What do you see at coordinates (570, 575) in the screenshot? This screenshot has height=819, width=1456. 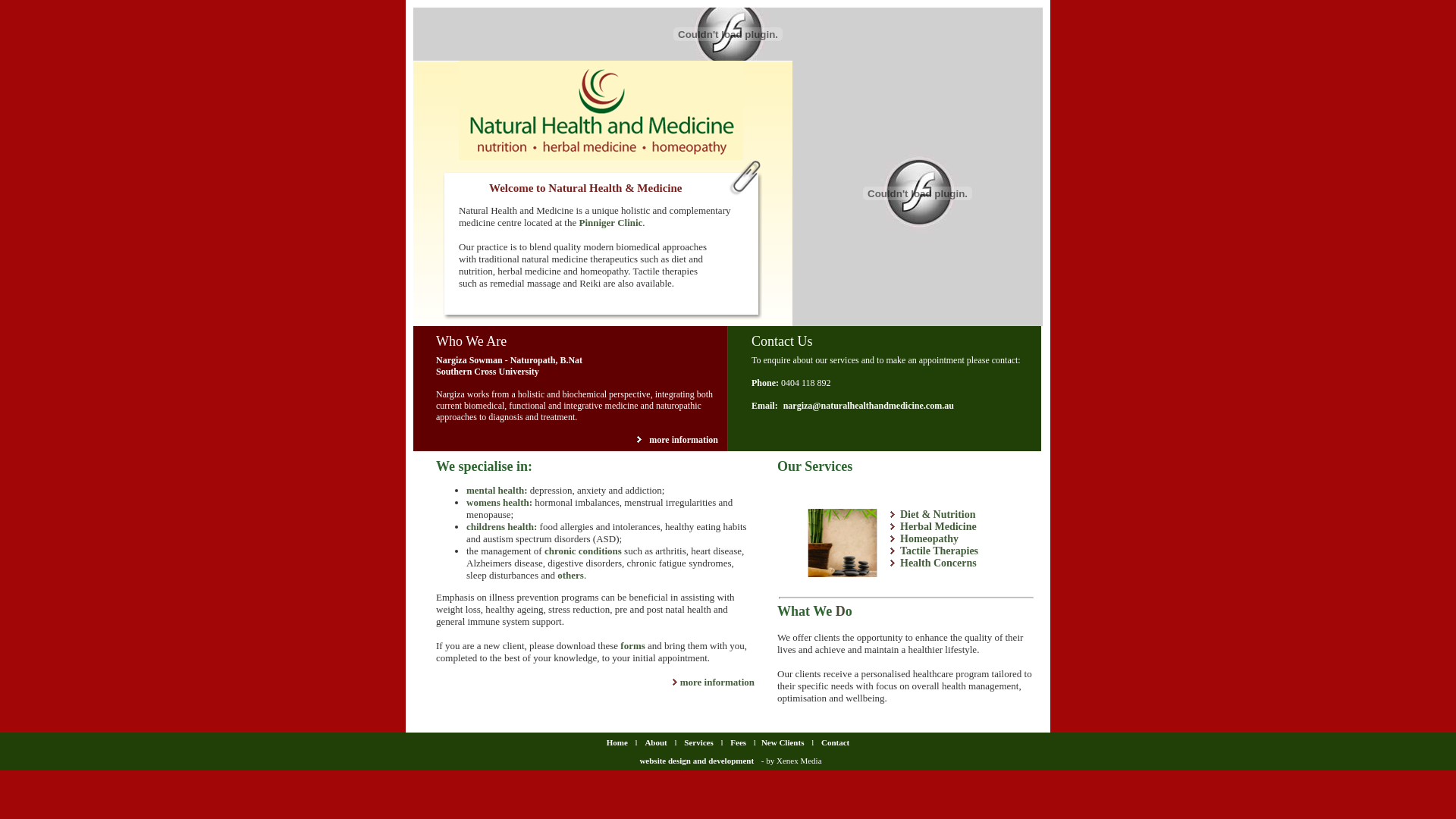 I see `'others'` at bounding box center [570, 575].